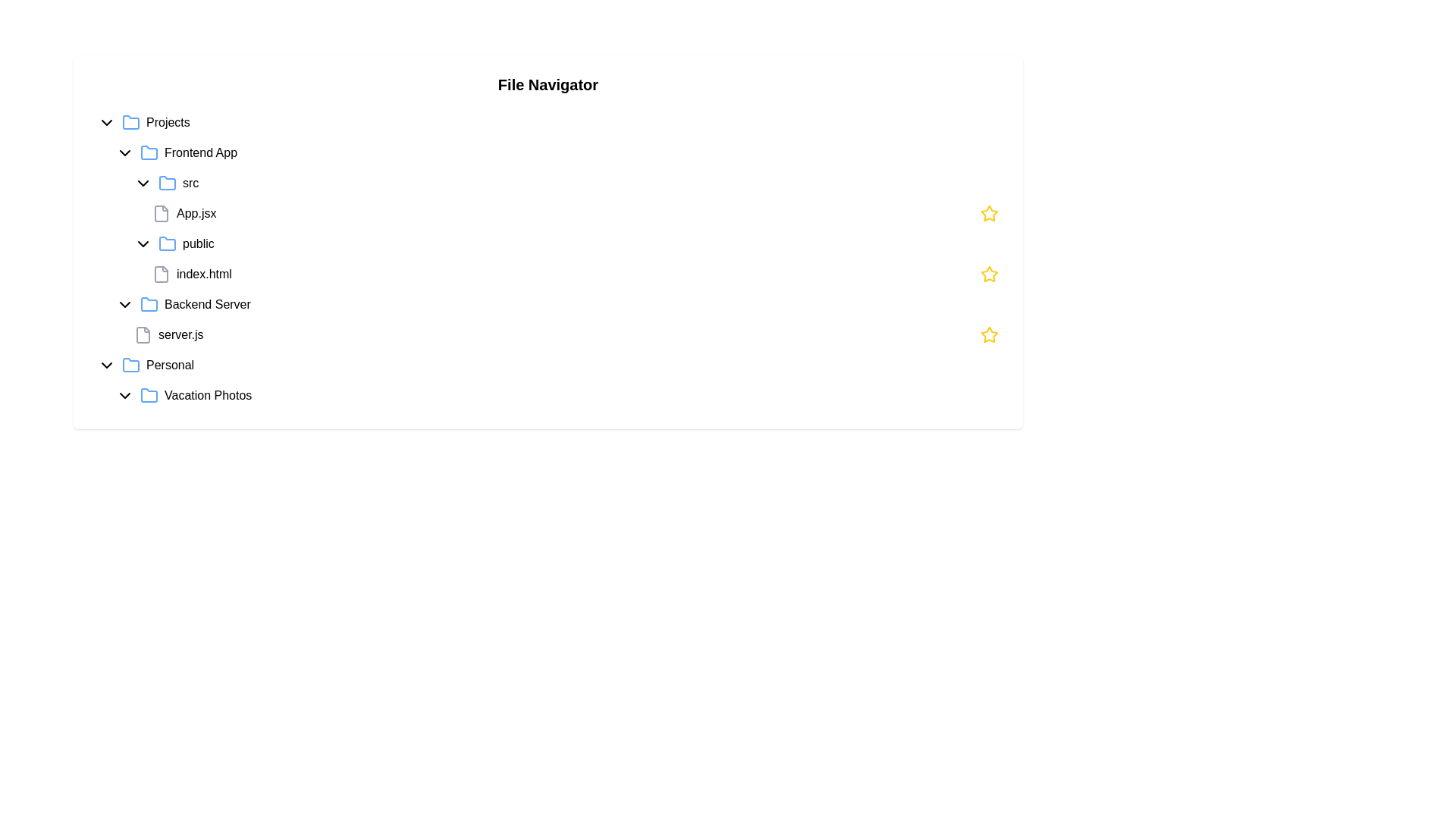 The image size is (1456, 819). What do you see at coordinates (161, 213) in the screenshot?
I see `the light gray file icon representing 'App.jsx'` at bounding box center [161, 213].